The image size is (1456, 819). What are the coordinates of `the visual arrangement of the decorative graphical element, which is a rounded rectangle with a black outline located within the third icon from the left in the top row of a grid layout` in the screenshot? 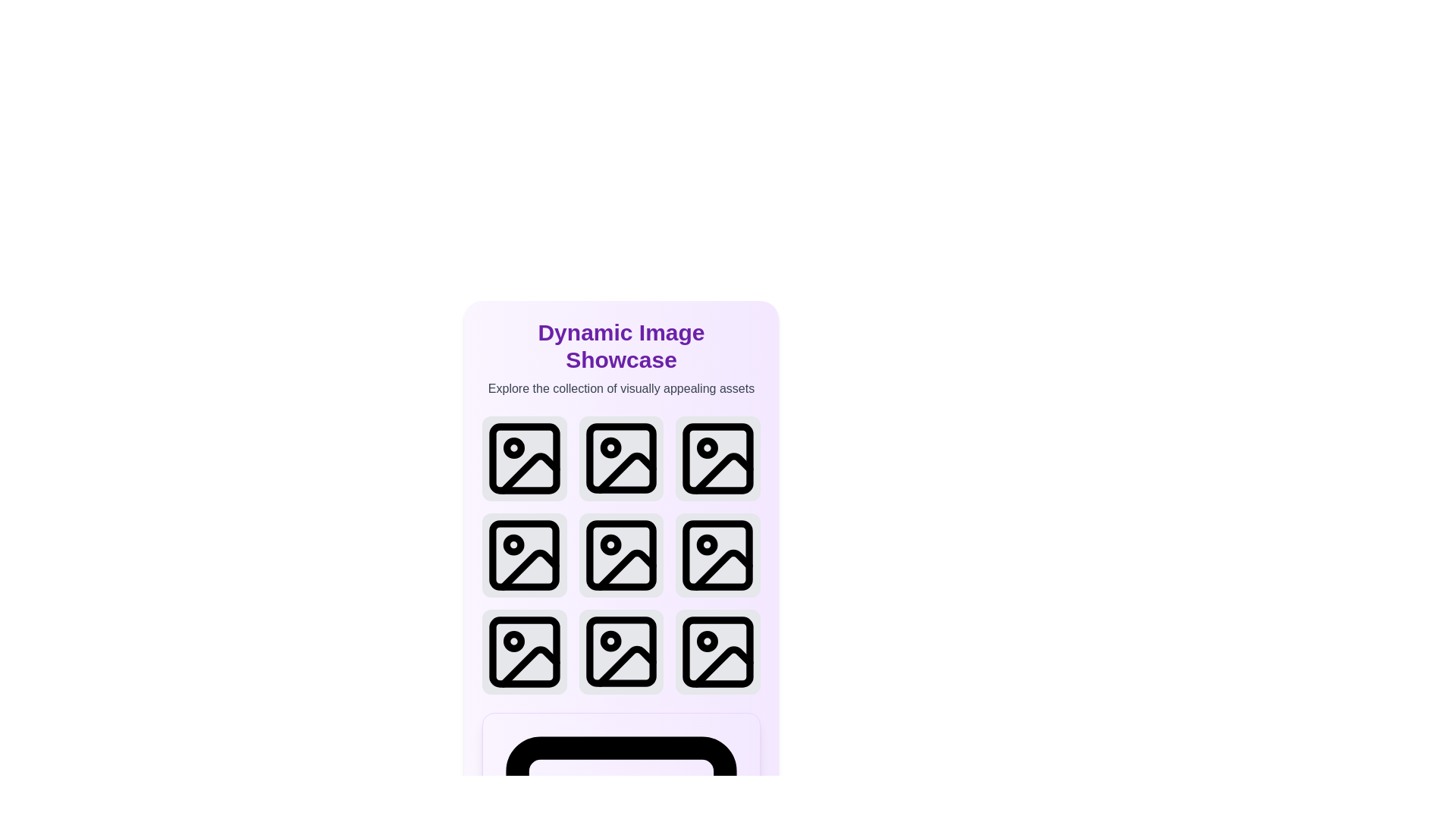 It's located at (717, 457).